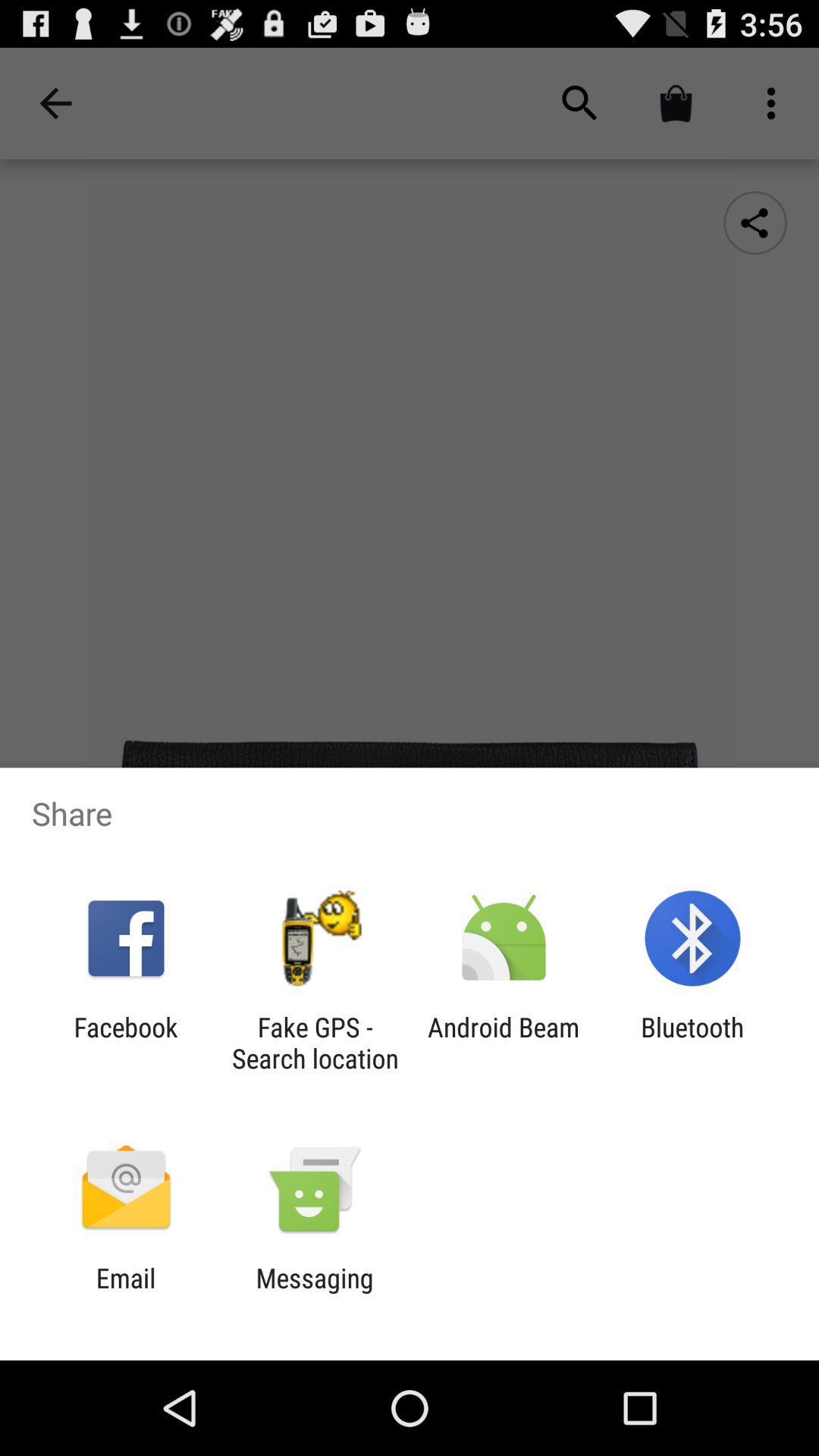 Image resolution: width=819 pixels, height=1456 pixels. I want to click on android beam icon, so click(504, 1042).